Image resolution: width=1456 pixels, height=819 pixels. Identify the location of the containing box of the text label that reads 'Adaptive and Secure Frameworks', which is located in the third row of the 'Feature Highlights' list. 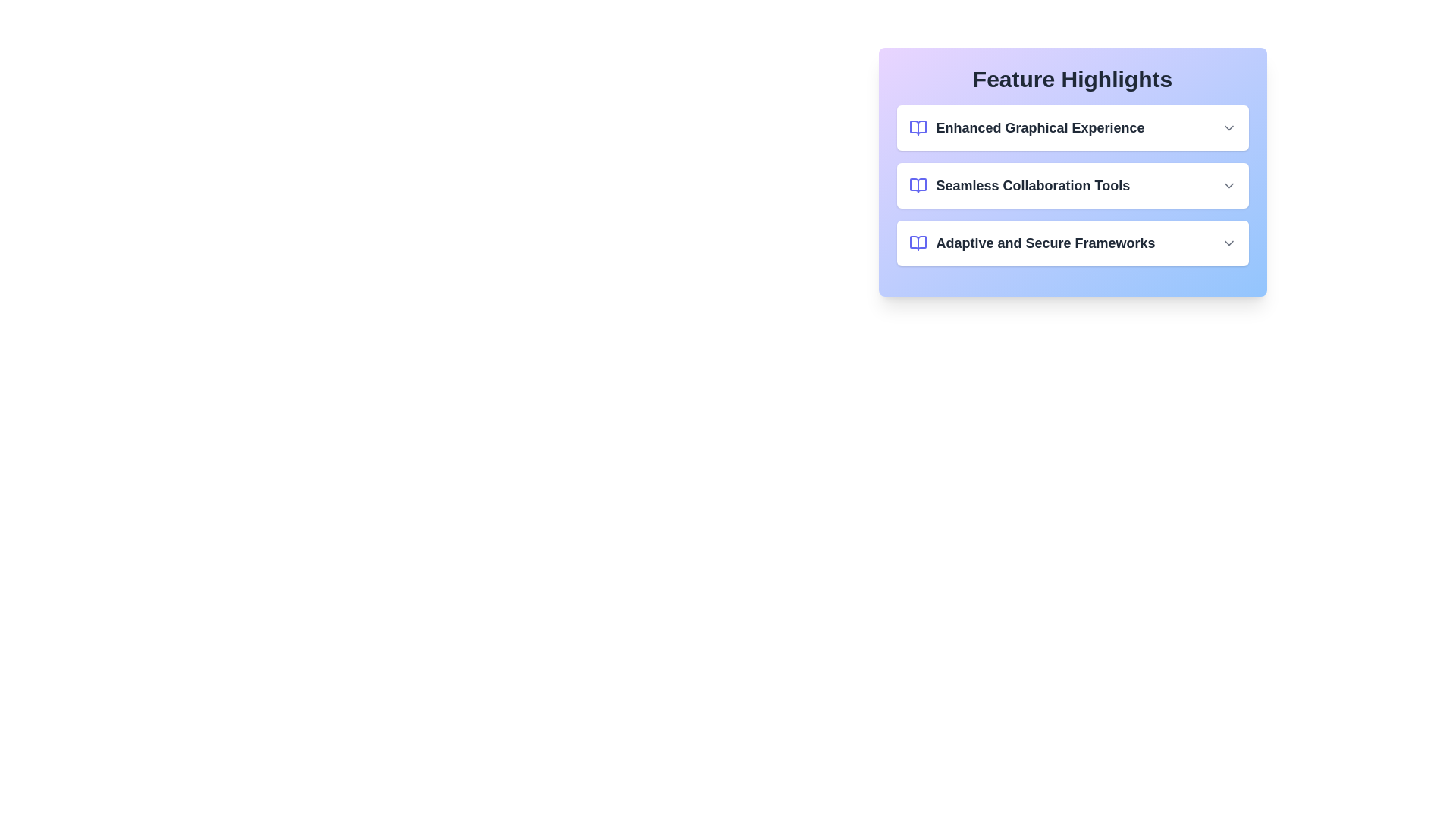
(1031, 242).